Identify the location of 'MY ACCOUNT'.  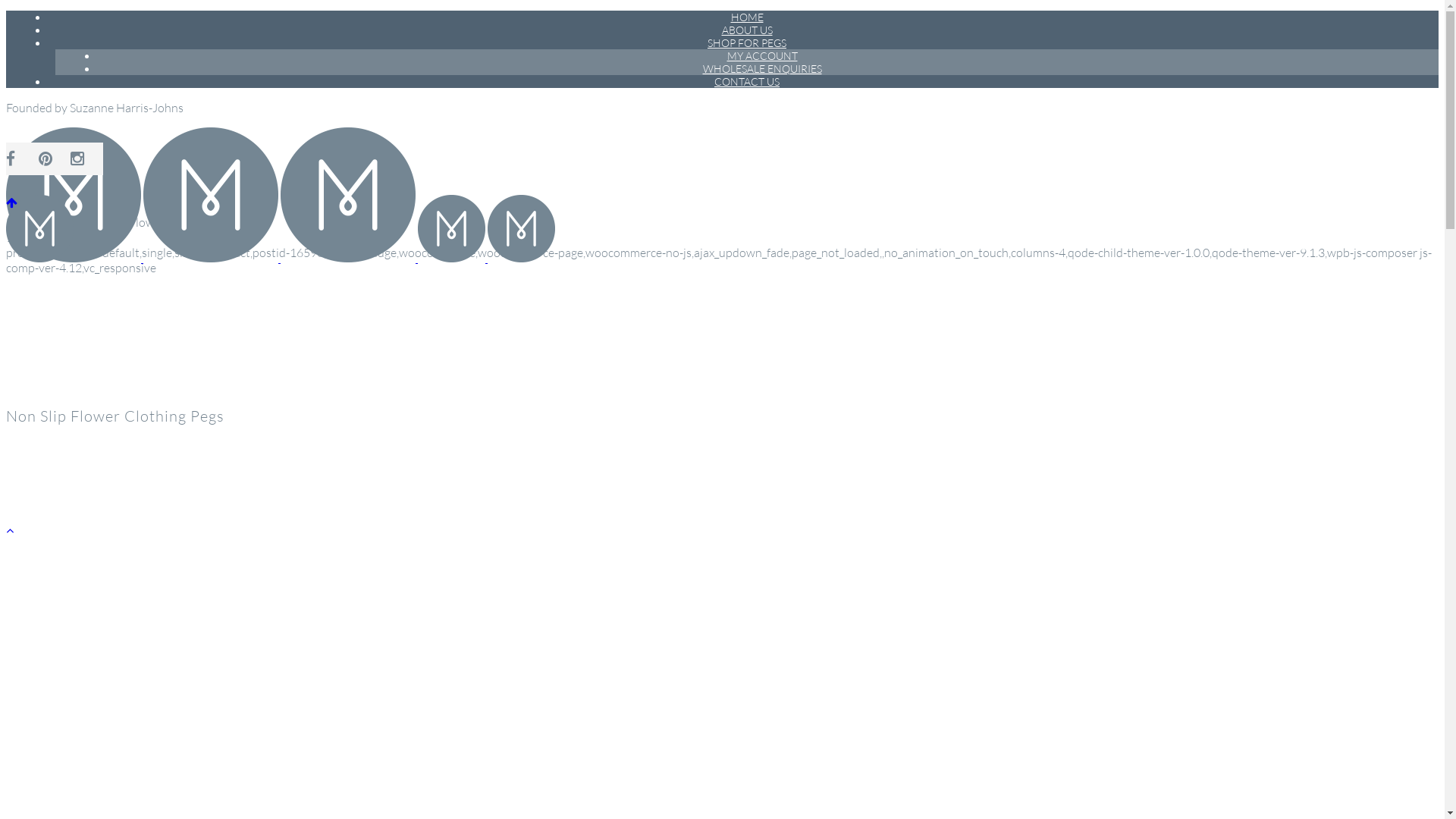
(715, 55).